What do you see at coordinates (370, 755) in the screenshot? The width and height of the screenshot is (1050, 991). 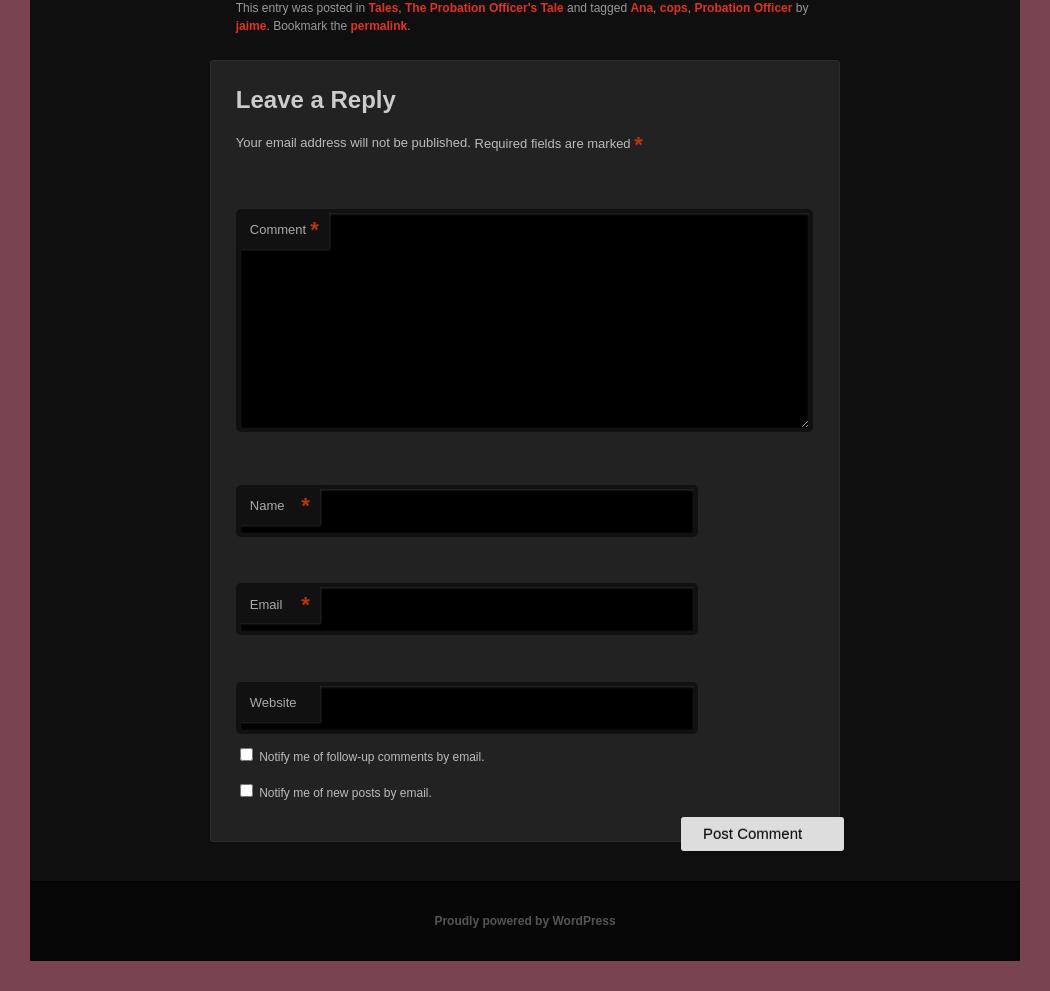 I see `'Notify me of follow-up comments by email.'` at bounding box center [370, 755].